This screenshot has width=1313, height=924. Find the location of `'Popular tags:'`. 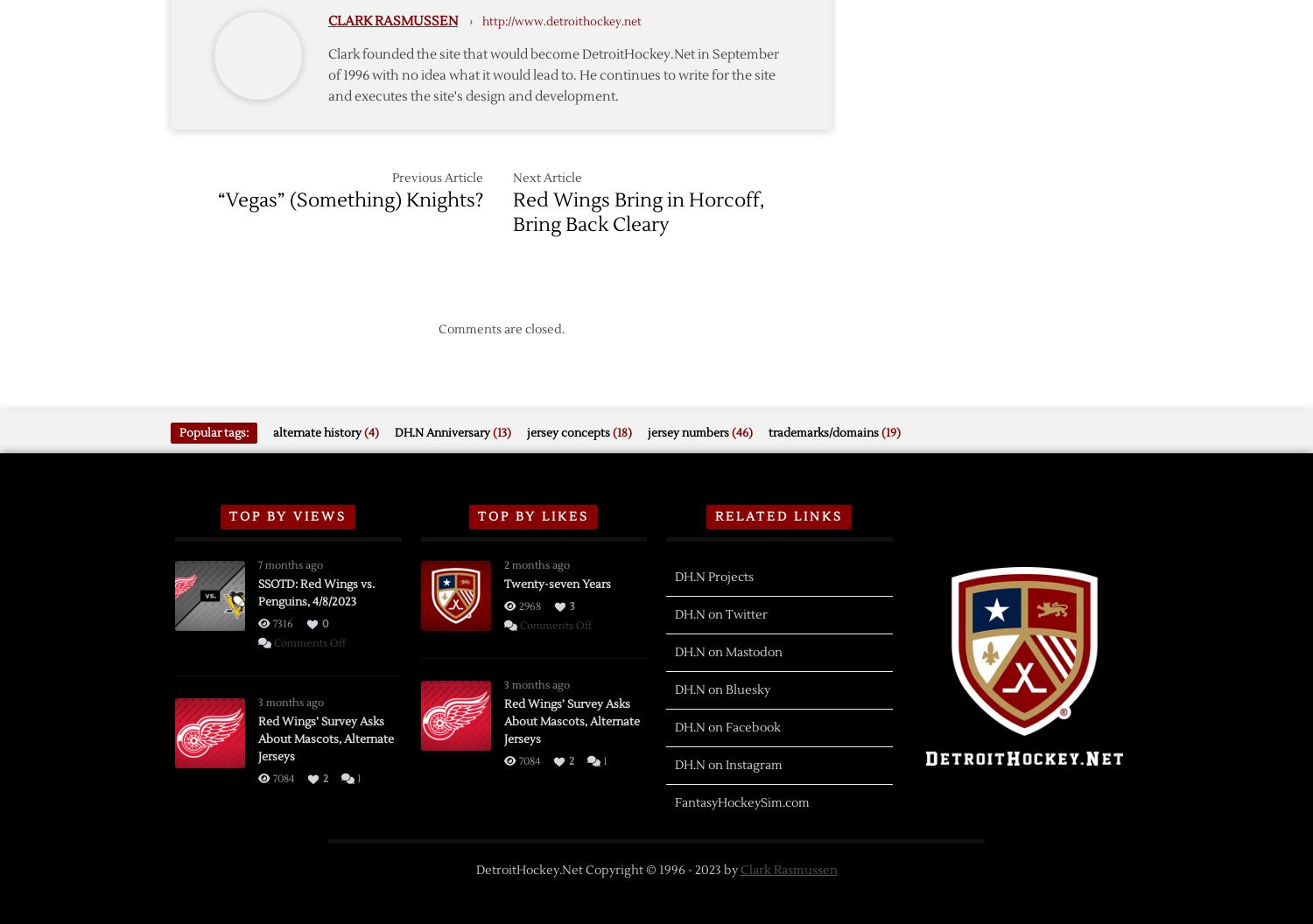

'Popular tags:' is located at coordinates (179, 430).